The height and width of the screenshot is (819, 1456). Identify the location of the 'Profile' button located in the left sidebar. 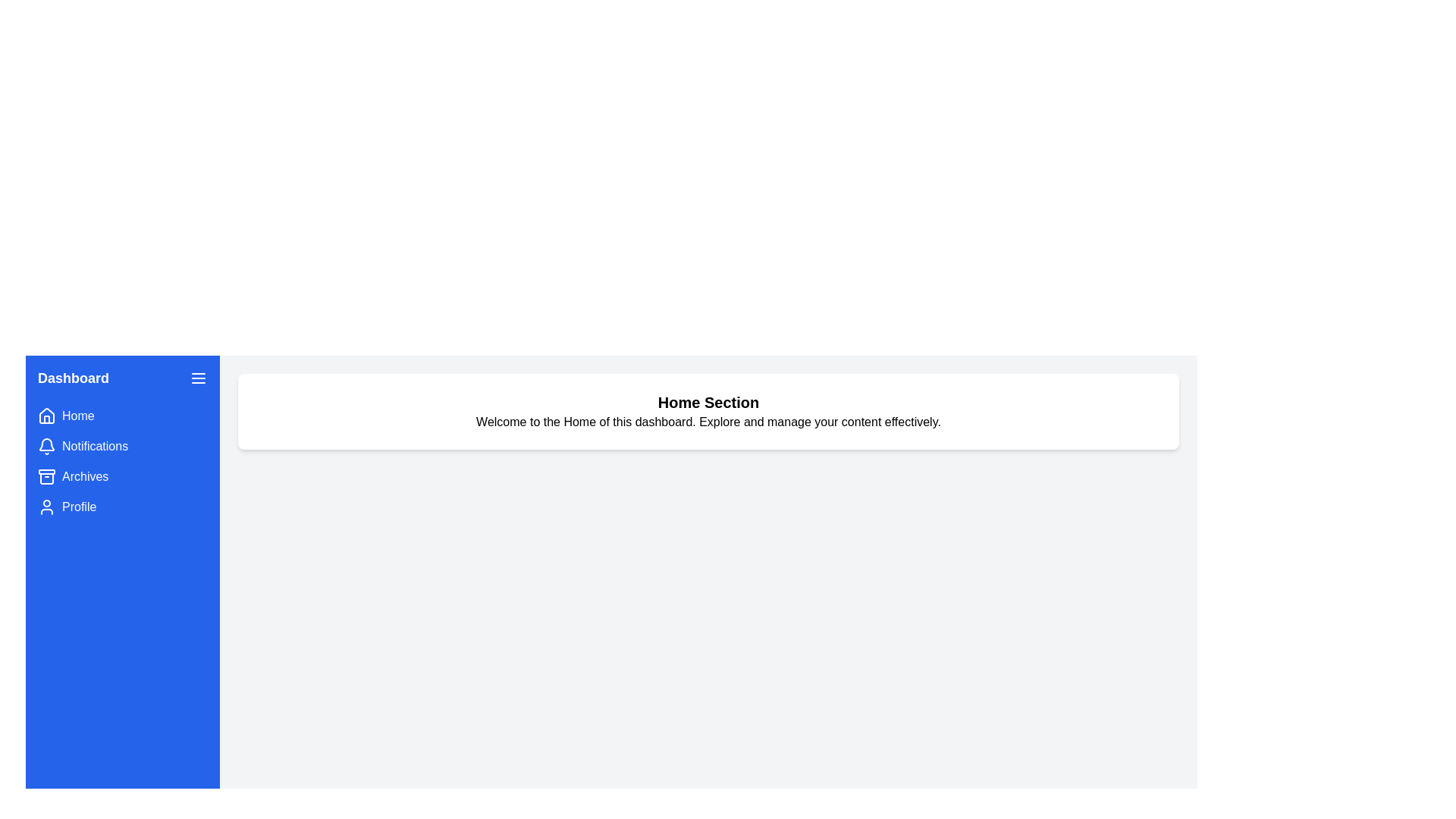
(123, 507).